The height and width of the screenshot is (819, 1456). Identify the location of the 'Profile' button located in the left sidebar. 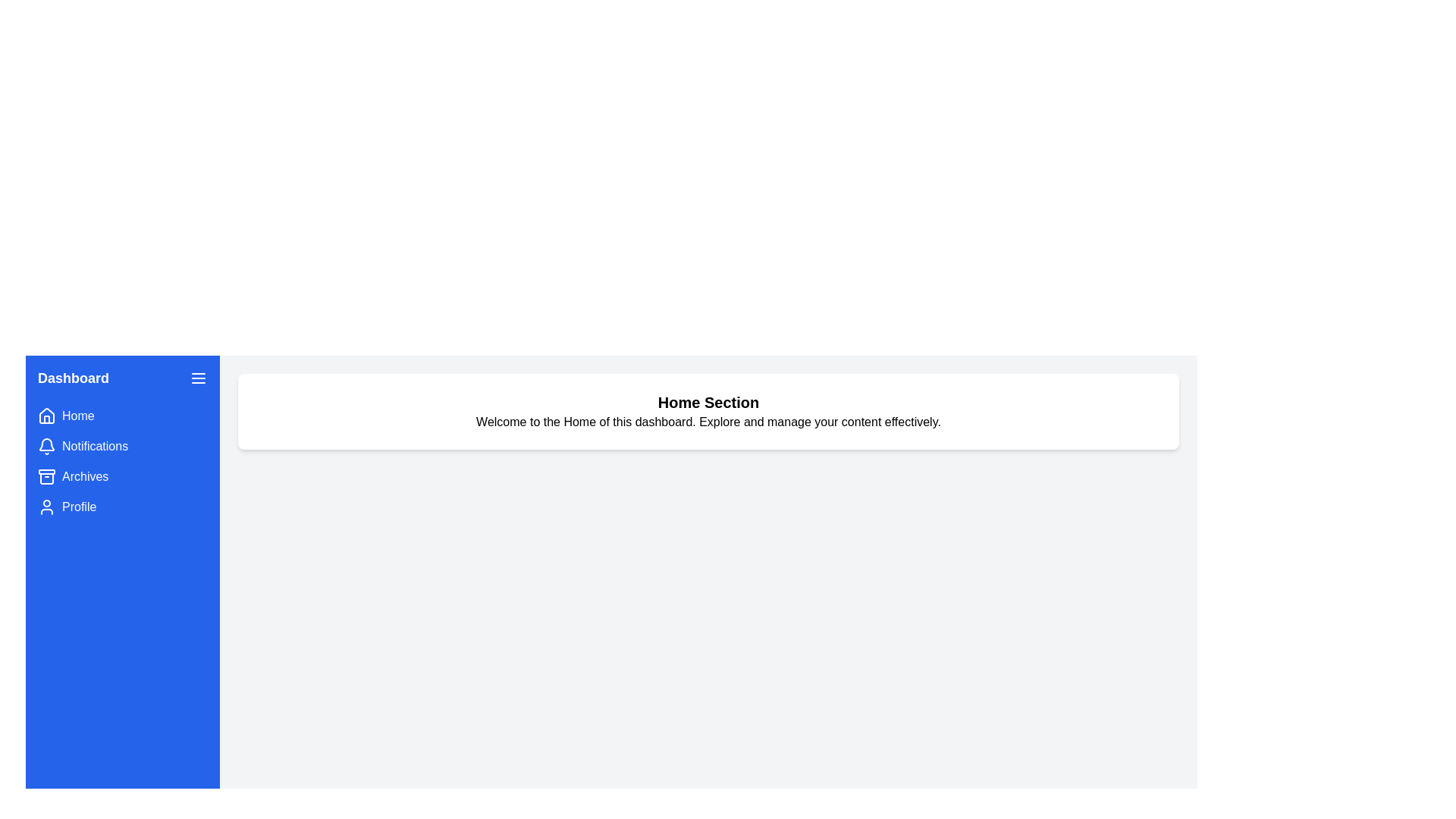
(123, 507).